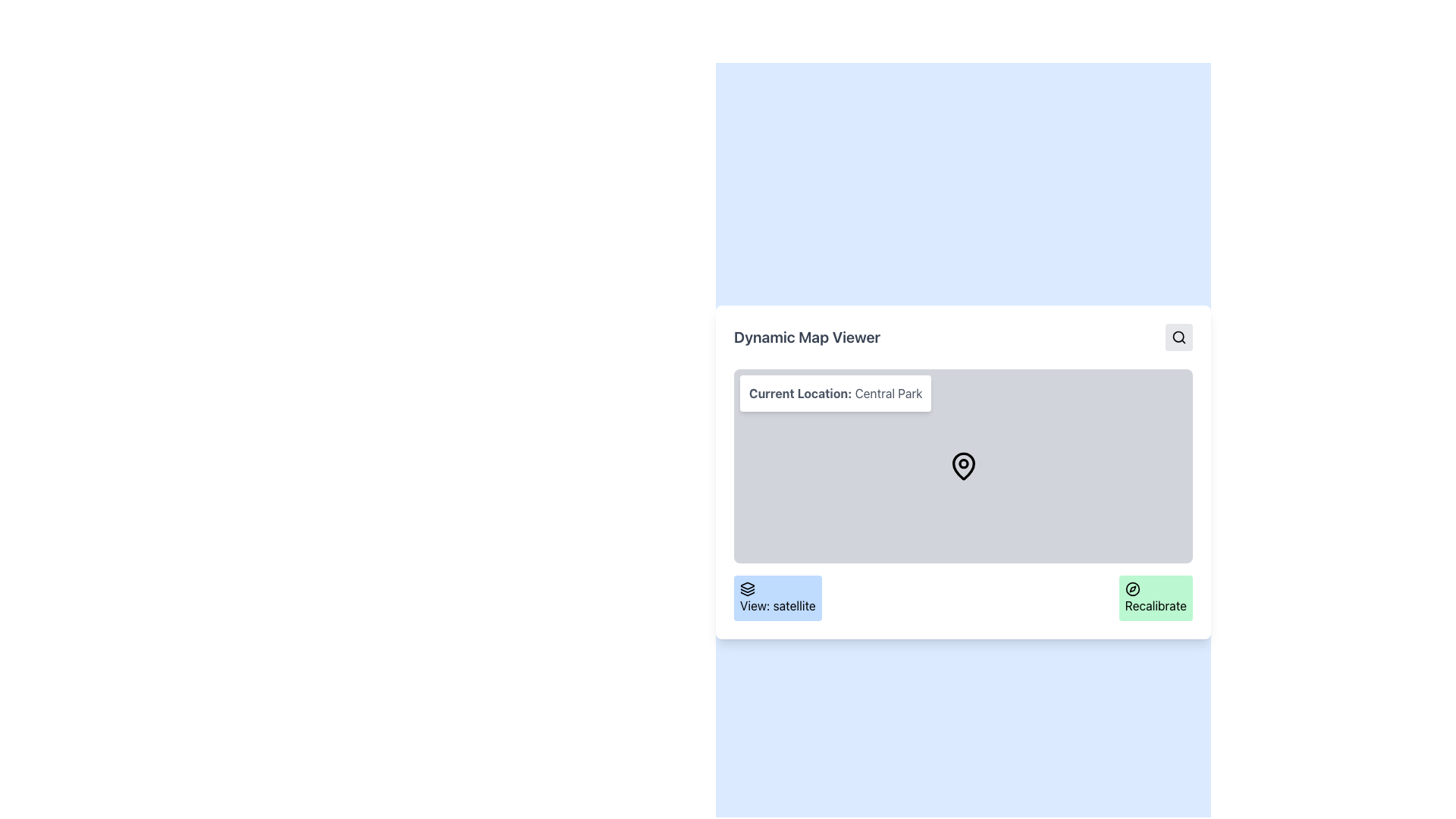 The width and height of the screenshot is (1456, 819). What do you see at coordinates (835, 393) in the screenshot?
I see `text displayed in the Text Label indicating the current location, which shows 'Central Park' and is located in the upper-left part of the map viewer` at bounding box center [835, 393].